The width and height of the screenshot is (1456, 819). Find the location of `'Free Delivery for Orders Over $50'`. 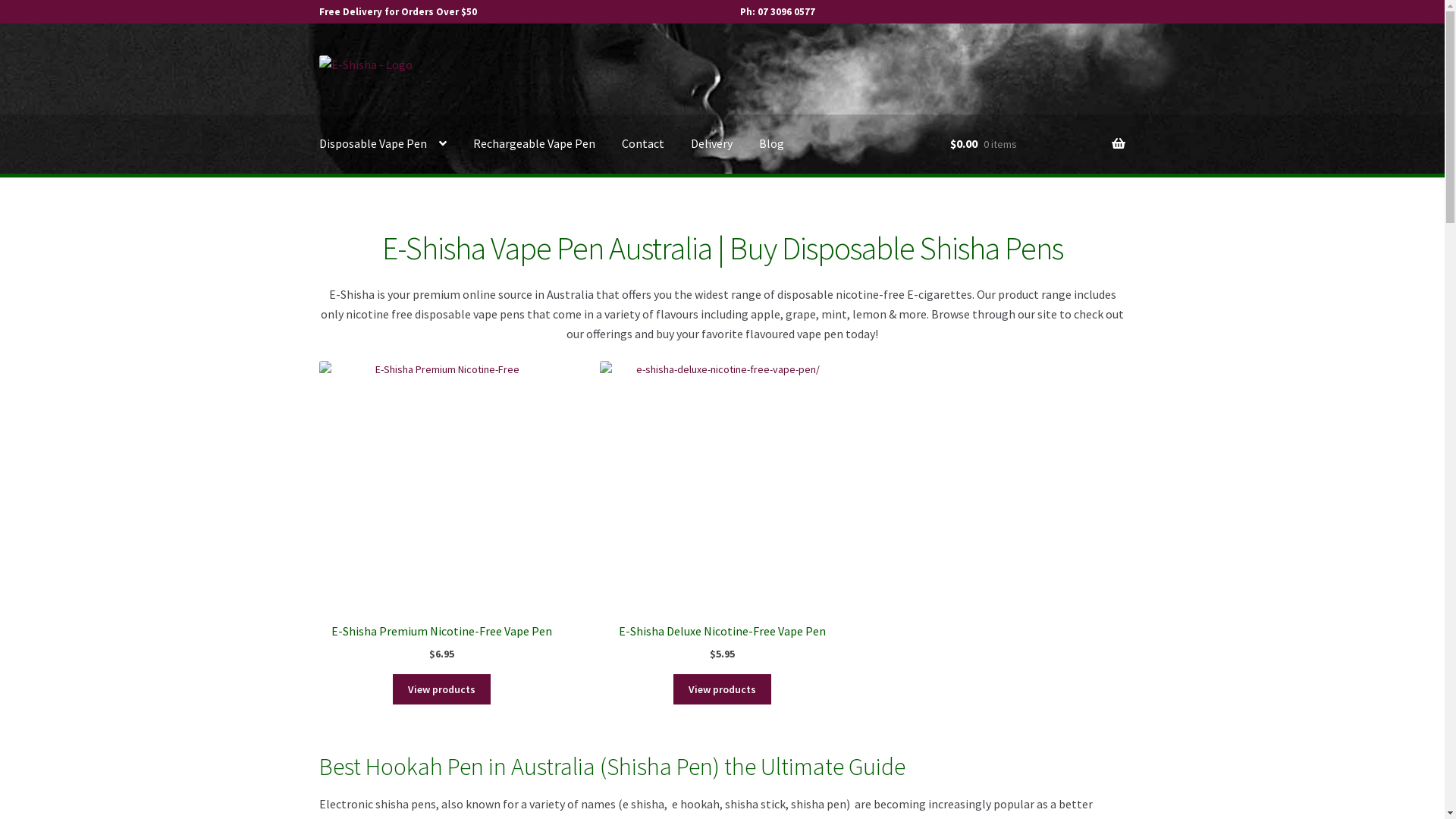

'Free Delivery for Orders Over $50' is located at coordinates (397, 11).